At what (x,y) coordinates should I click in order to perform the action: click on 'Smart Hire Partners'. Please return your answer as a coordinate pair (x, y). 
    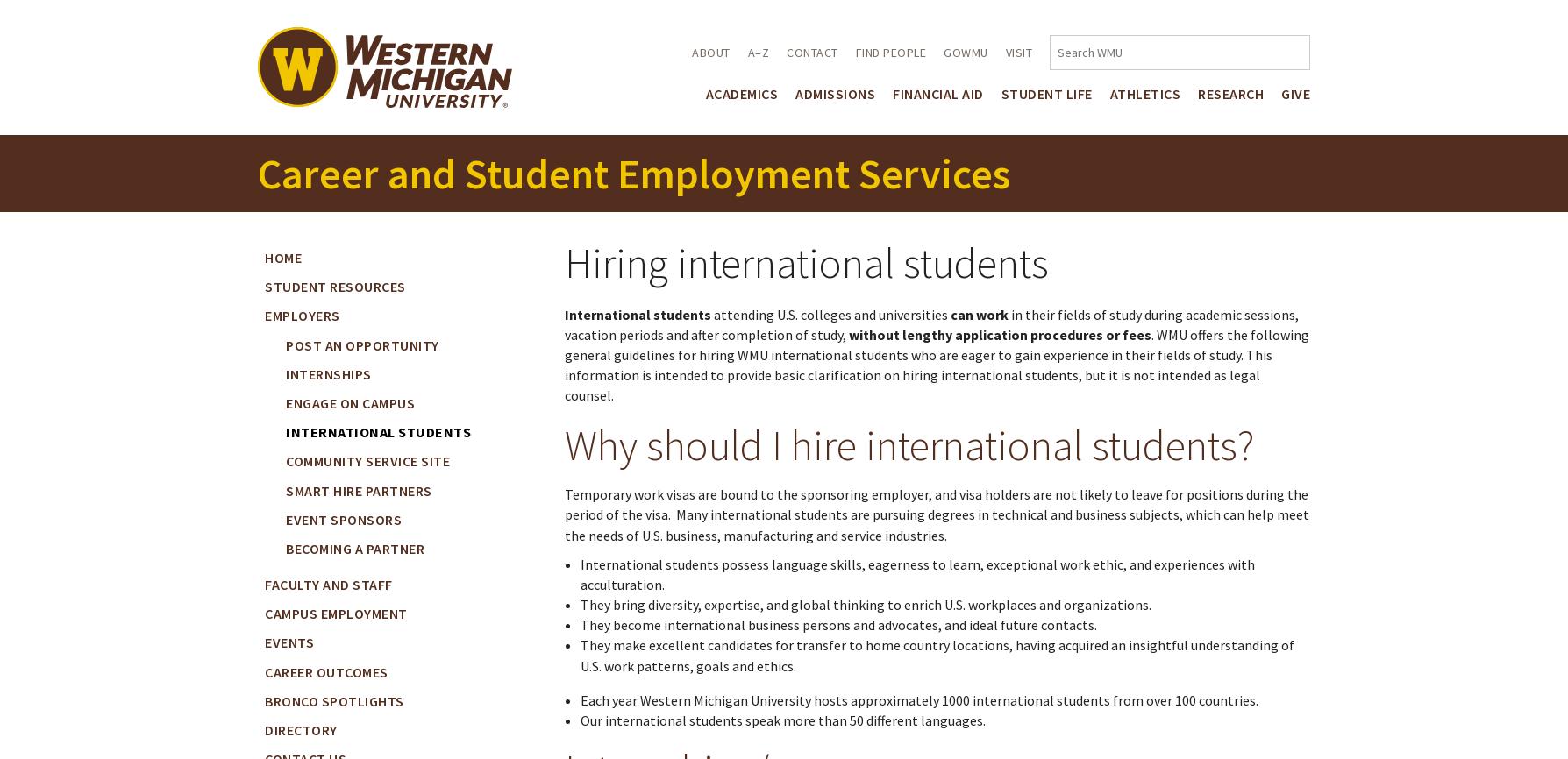
    Looking at the image, I should click on (357, 490).